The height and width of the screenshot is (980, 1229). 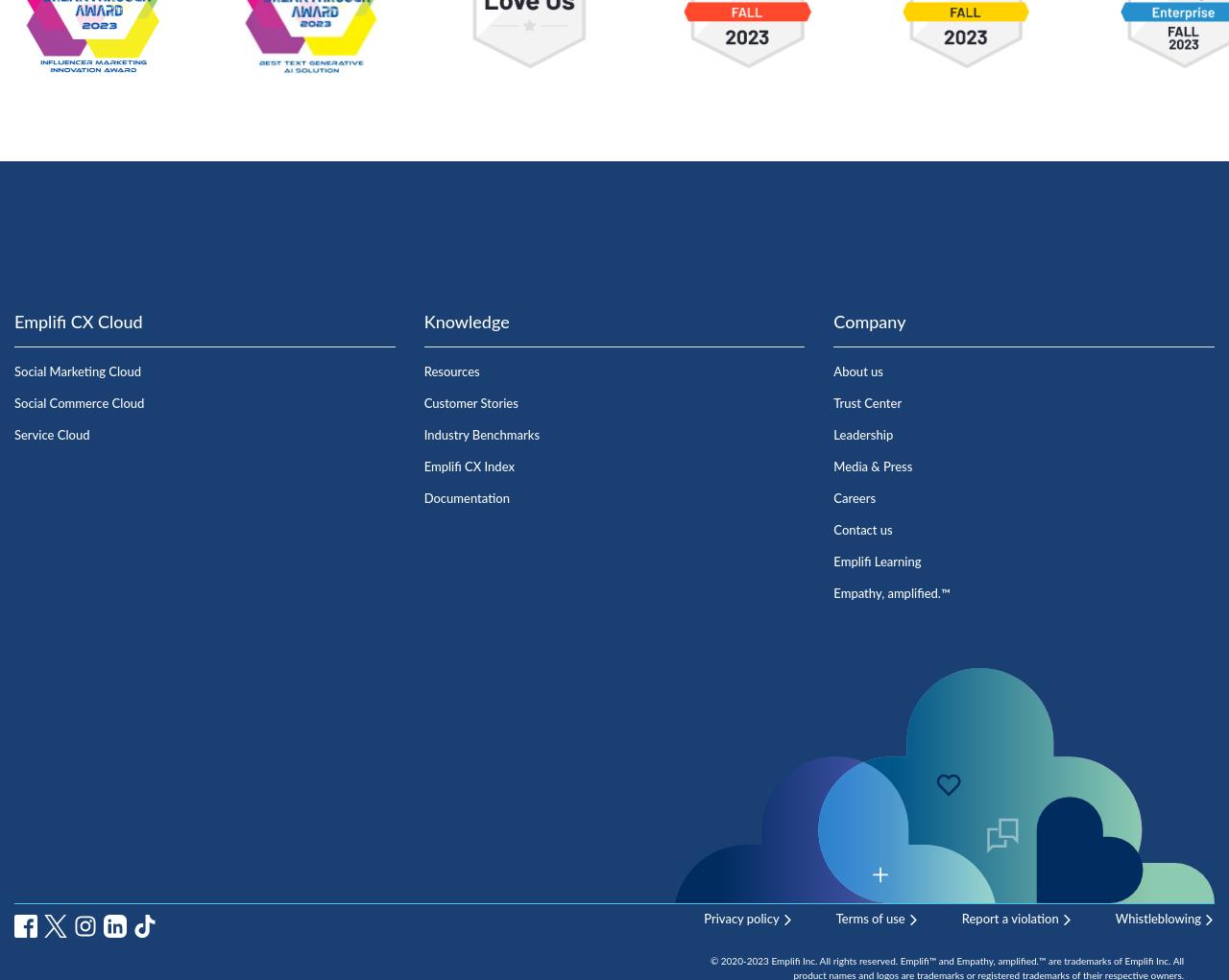 What do you see at coordinates (1157, 918) in the screenshot?
I see `'Whistleblowing'` at bounding box center [1157, 918].